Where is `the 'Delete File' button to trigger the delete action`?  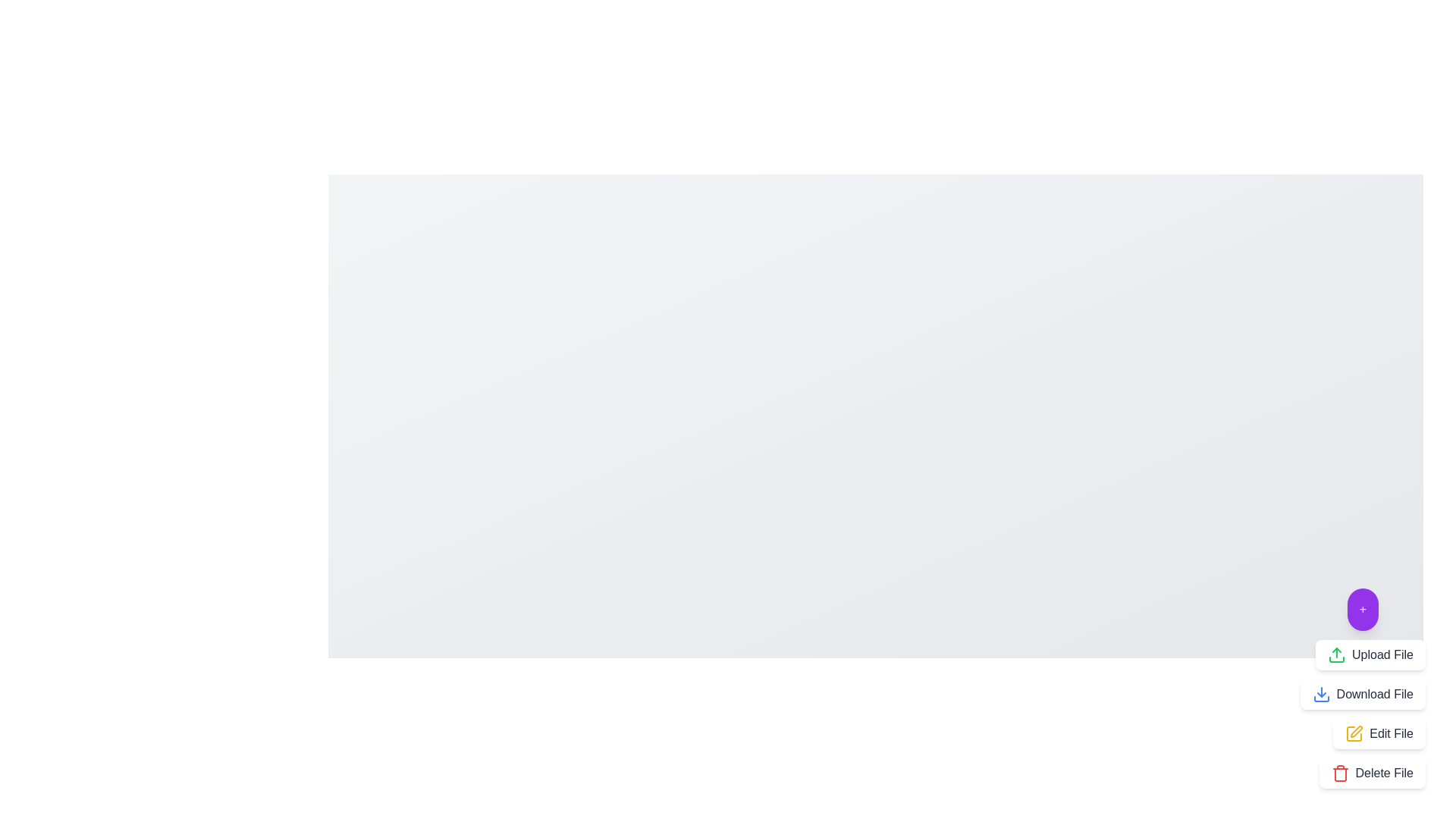
the 'Delete File' button to trigger the delete action is located at coordinates (1372, 773).